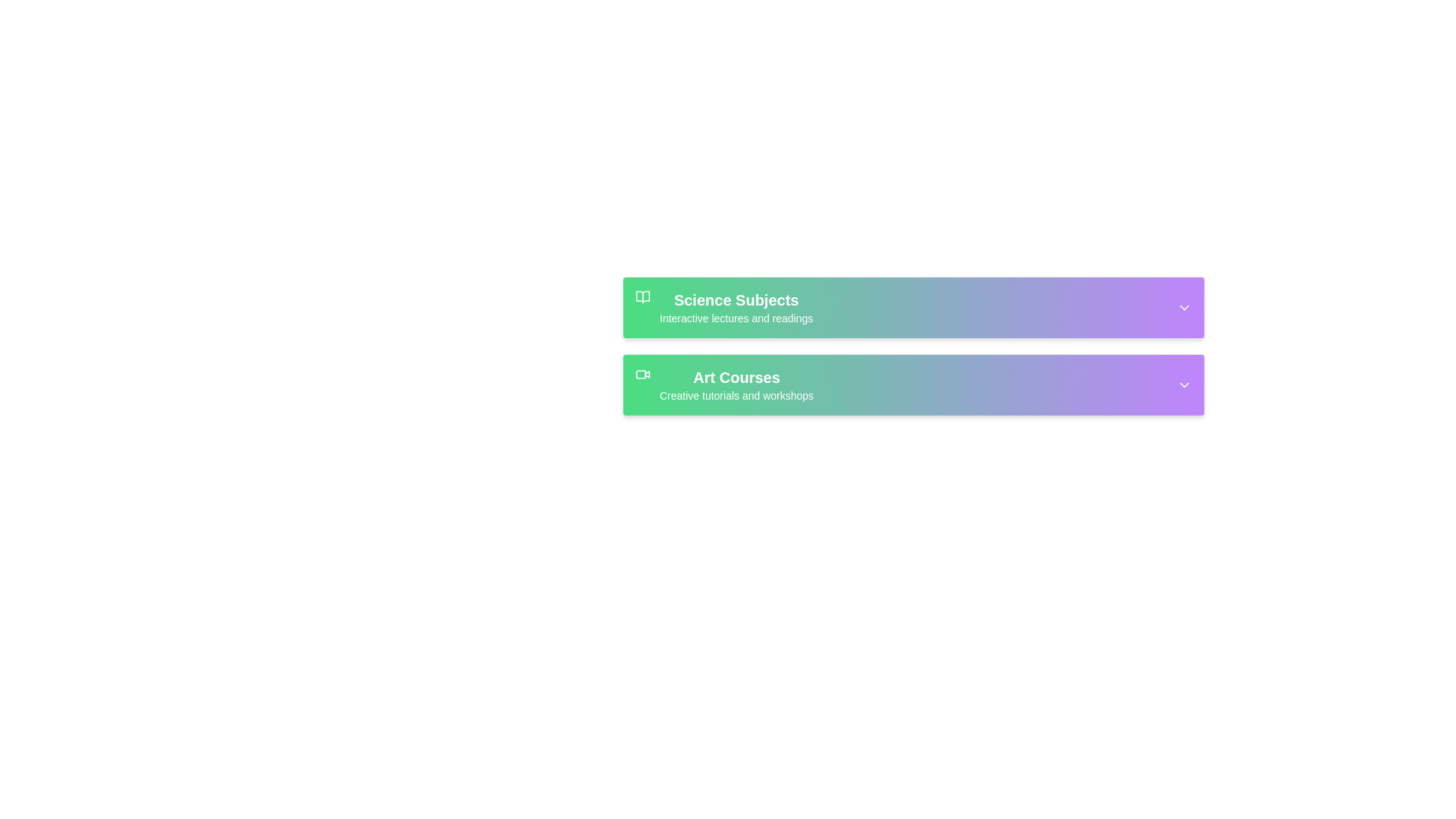  Describe the element at coordinates (736, 307) in the screenshot. I see `text of the selectable category titled 'Science Subjects', which is located to the right of a book icon and above the 'Art Courses' element` at that location.